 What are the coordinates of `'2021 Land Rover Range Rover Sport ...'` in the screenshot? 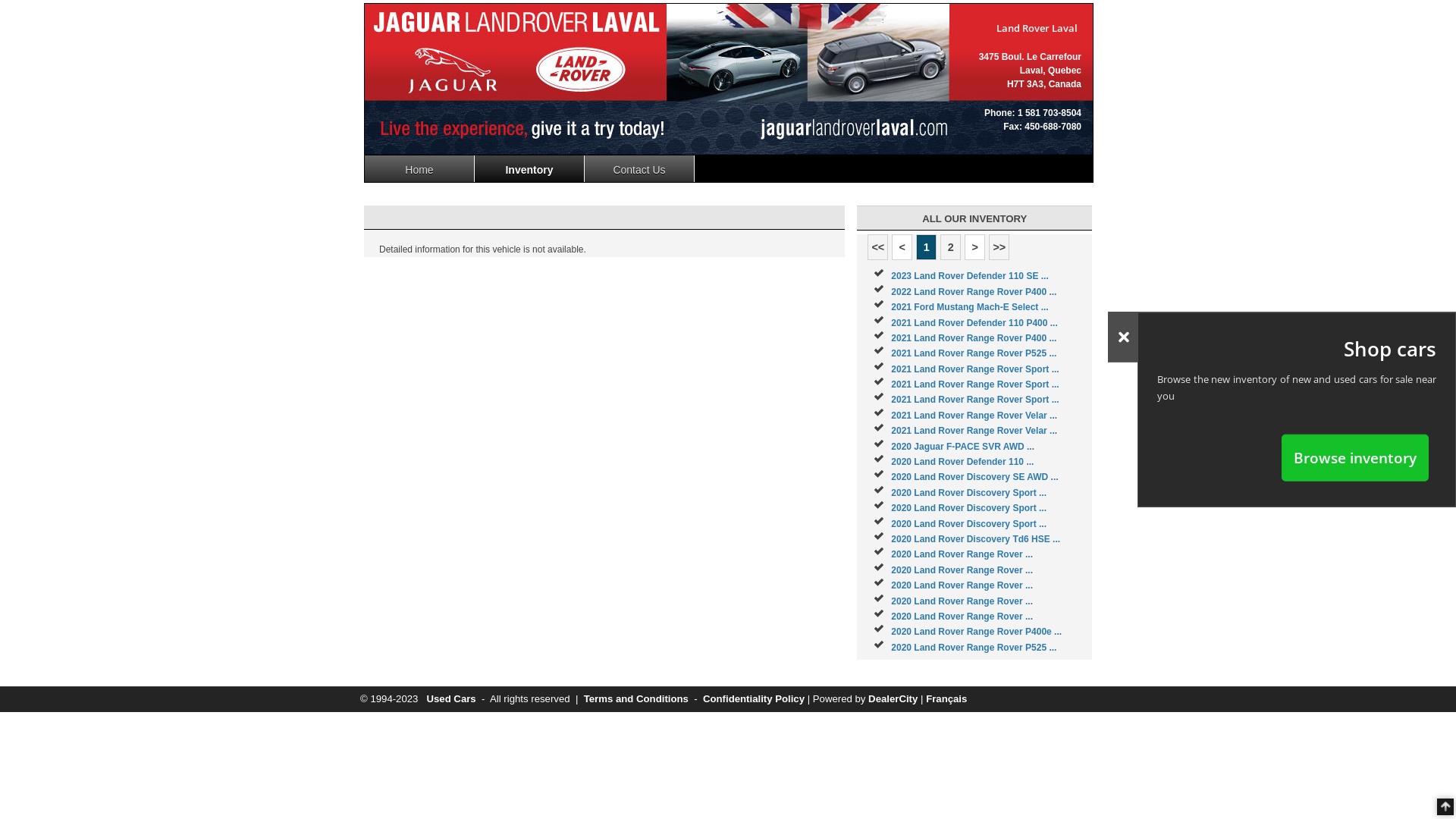 It's located at (974, 369).